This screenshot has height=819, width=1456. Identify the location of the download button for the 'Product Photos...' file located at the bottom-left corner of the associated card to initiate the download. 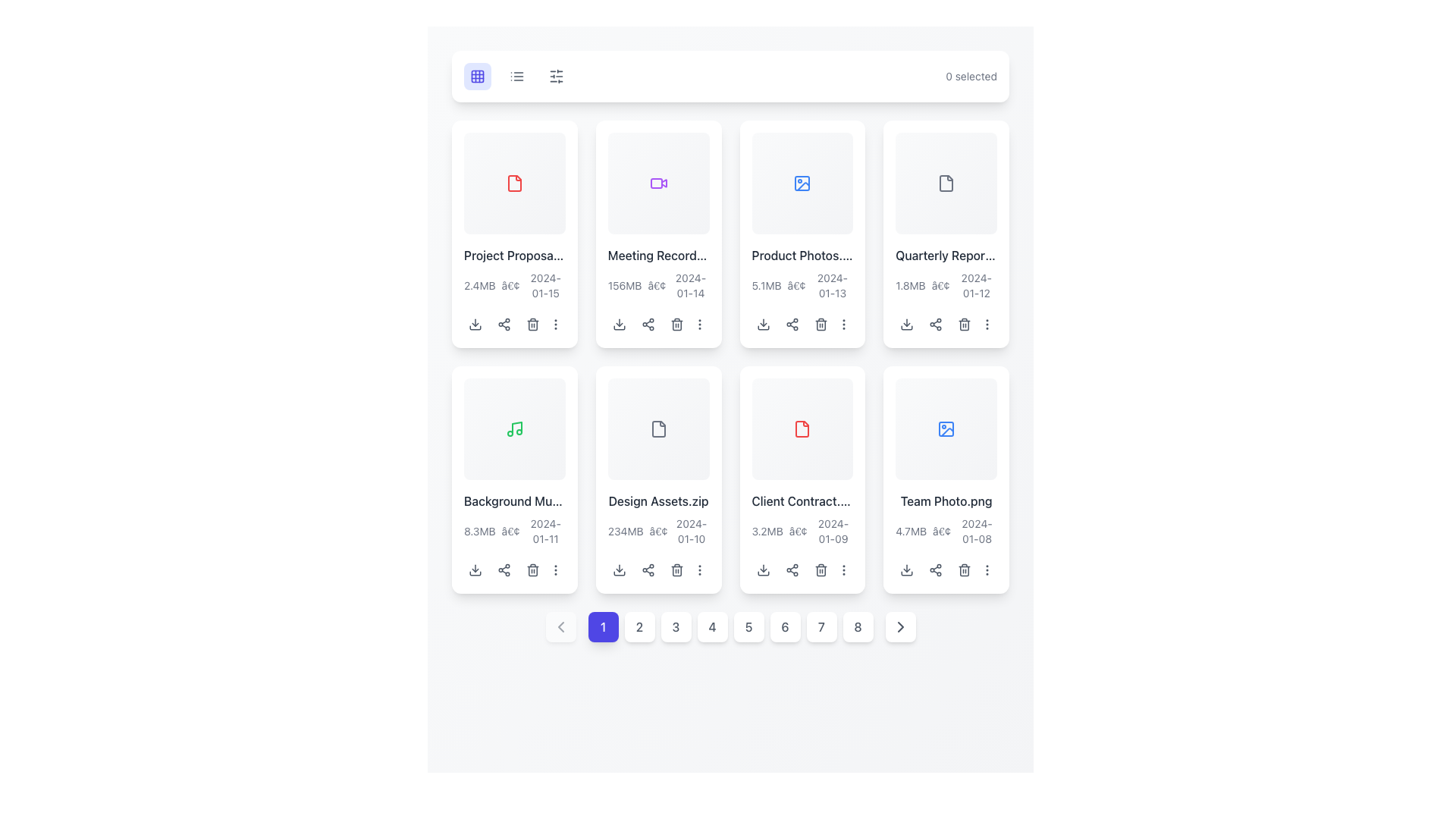
(763, 323).